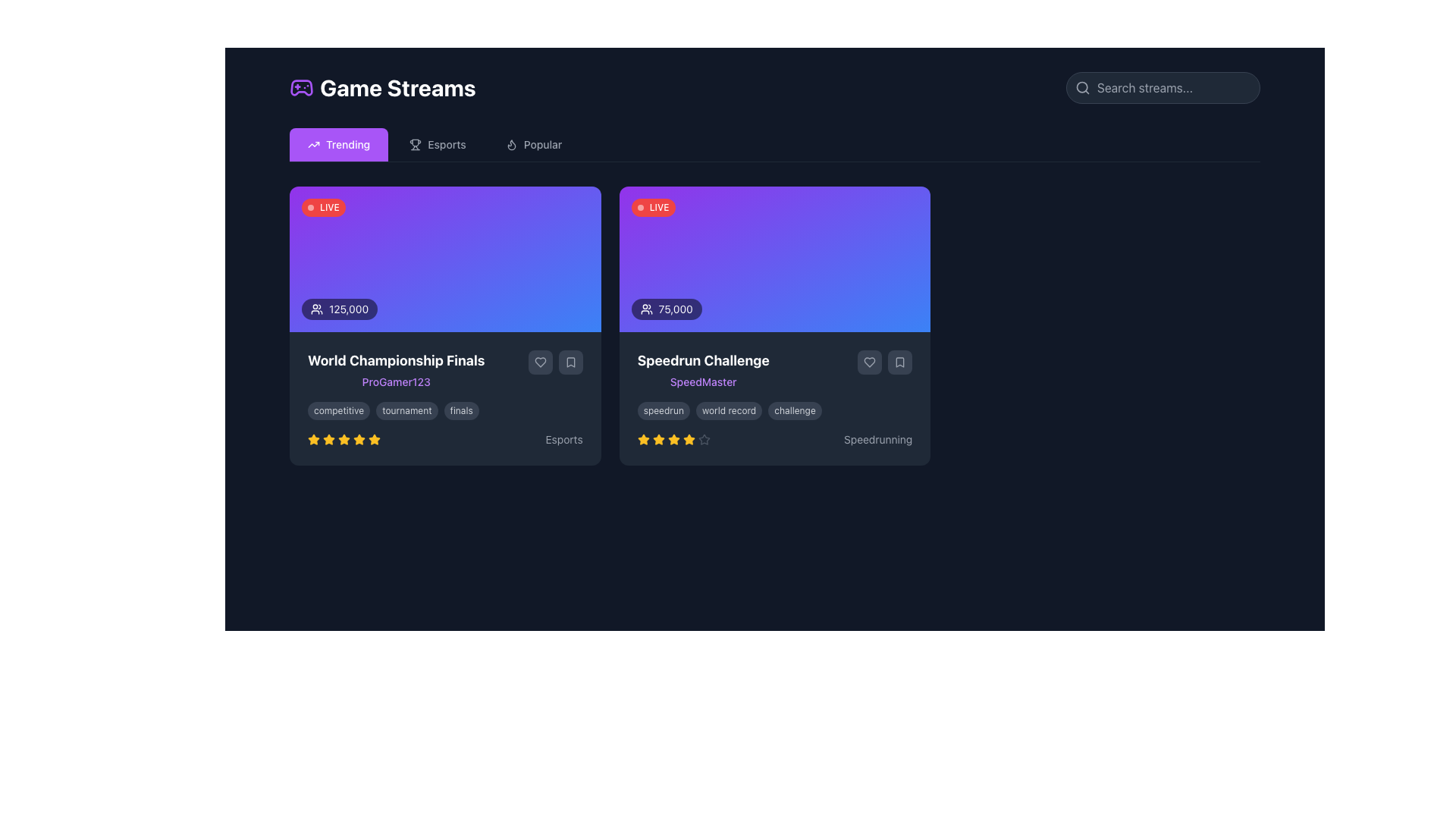 The height and width of the screenshot is (819, 1456). Describe the element at coordinates (339, 309) in the screenshot. I see `the viewer count label located in the lower-left corner of the purple gradient card for the 'World Championship Finals' stream, situated below the 'LIVE' indicator` at that location.